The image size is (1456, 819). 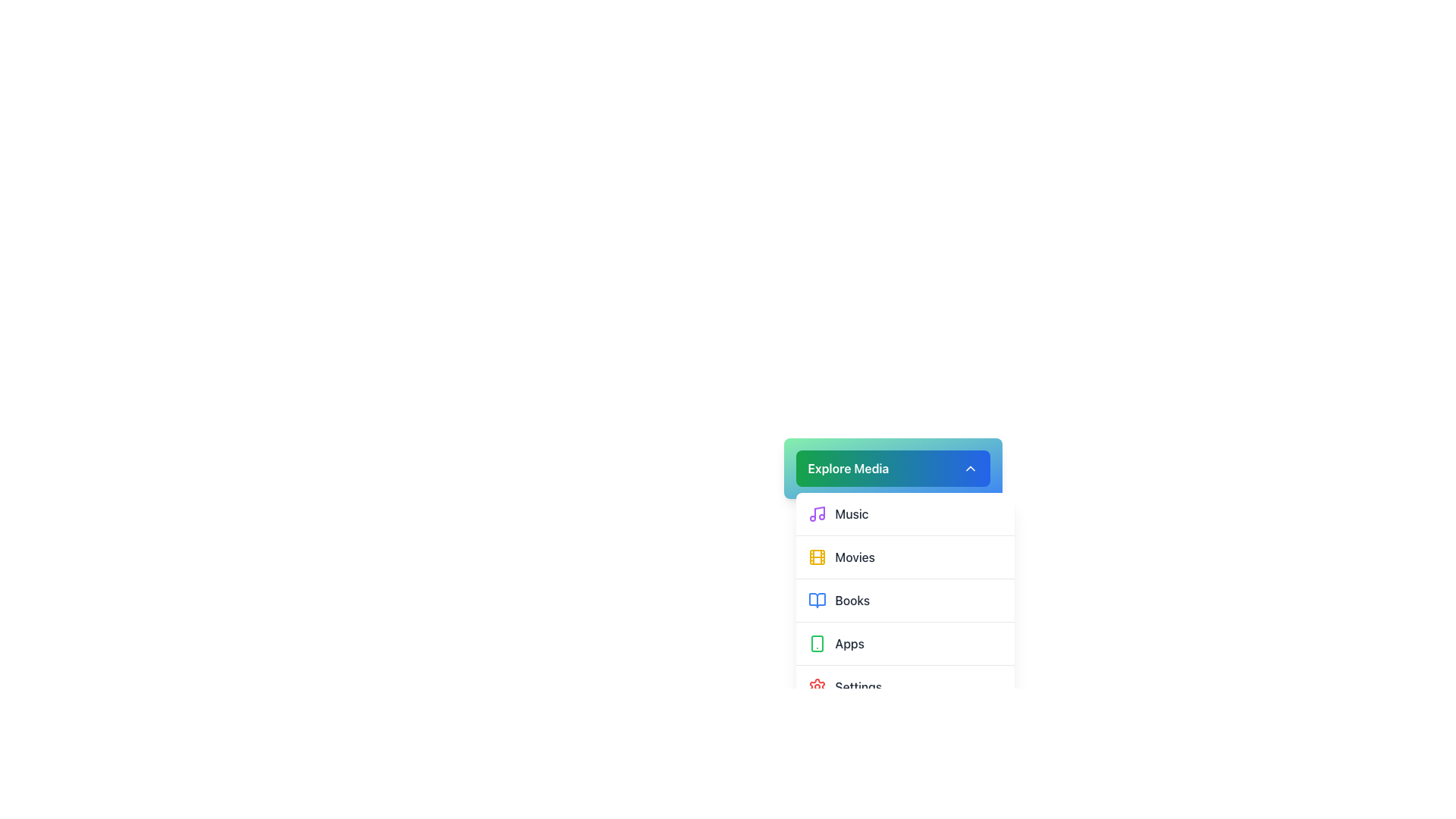 What do you see at coordinates (969, 467) in the screenshot?
I see `the upward-pointing chevron icon located at the upper-right corner of the 'Explore Media' button` at bounding box center [969, 467].